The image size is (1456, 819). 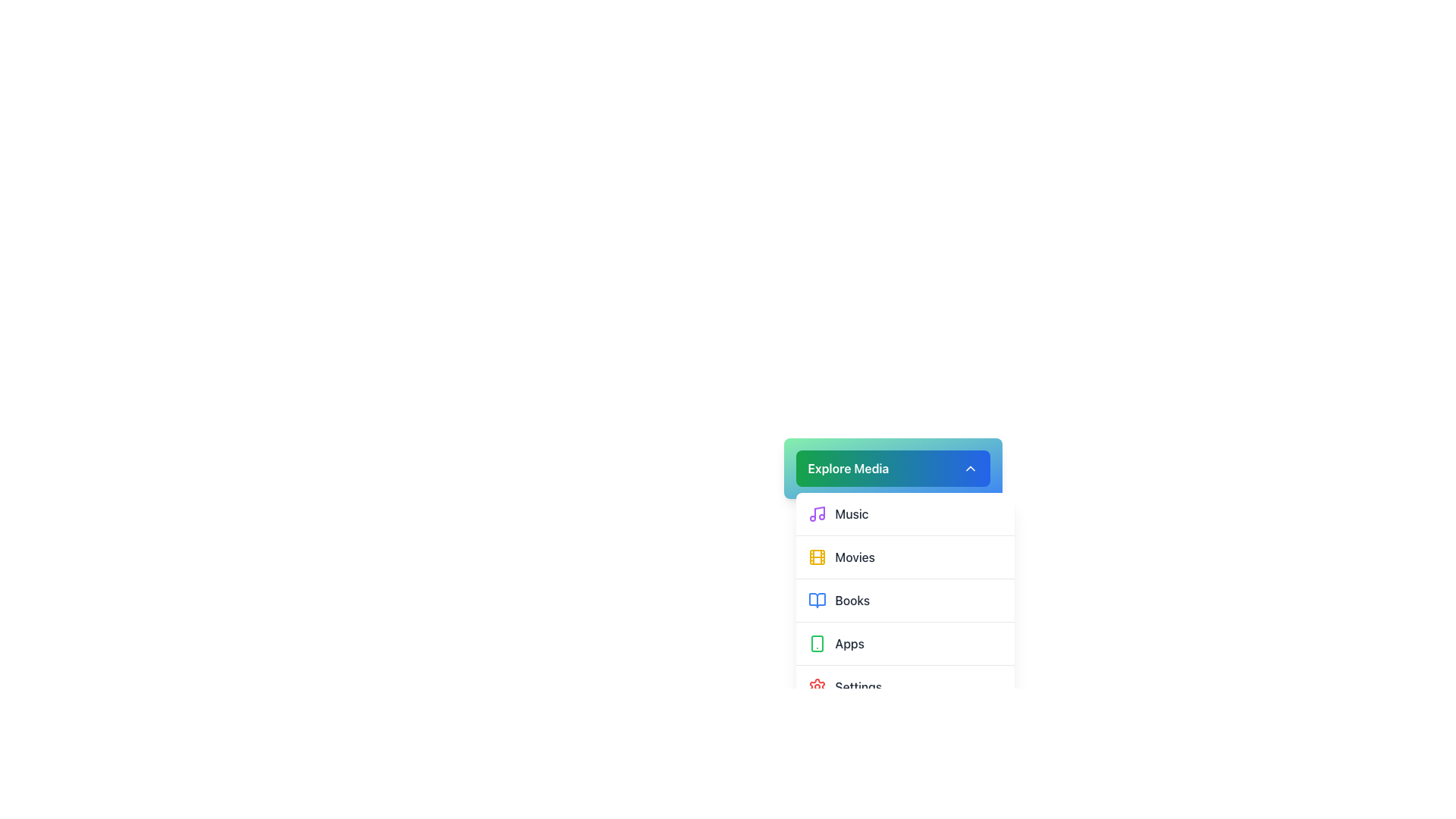 What do you see at coordinates (969, 467) in the screenshot?
I see `the upward-pointing chevron icon located at the upper-right corner of the 'Explore Media' button` at bounding box center [969, 467].